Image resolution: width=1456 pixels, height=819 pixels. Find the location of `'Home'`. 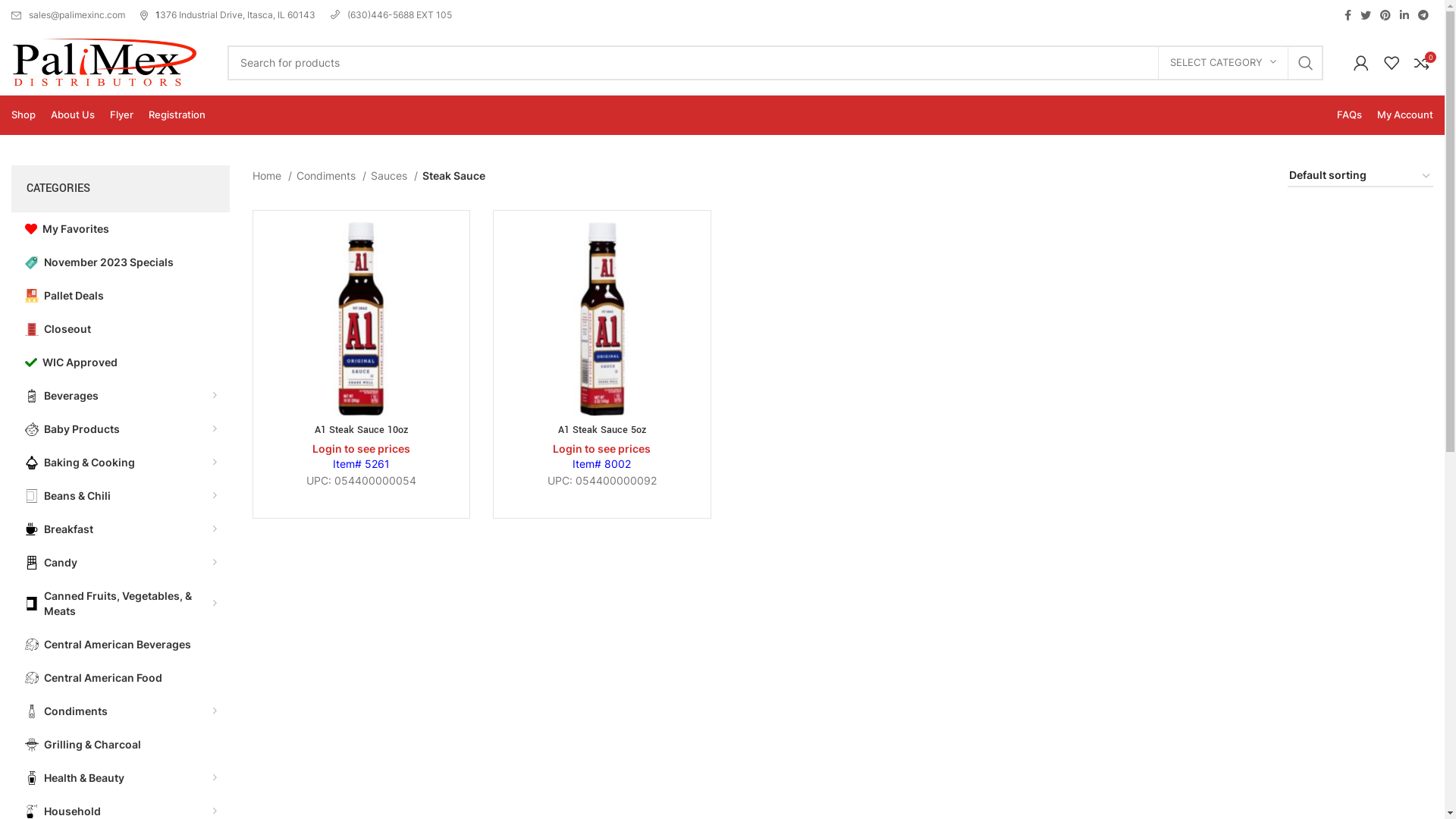

'Home' is located at coordinates (251, 174).